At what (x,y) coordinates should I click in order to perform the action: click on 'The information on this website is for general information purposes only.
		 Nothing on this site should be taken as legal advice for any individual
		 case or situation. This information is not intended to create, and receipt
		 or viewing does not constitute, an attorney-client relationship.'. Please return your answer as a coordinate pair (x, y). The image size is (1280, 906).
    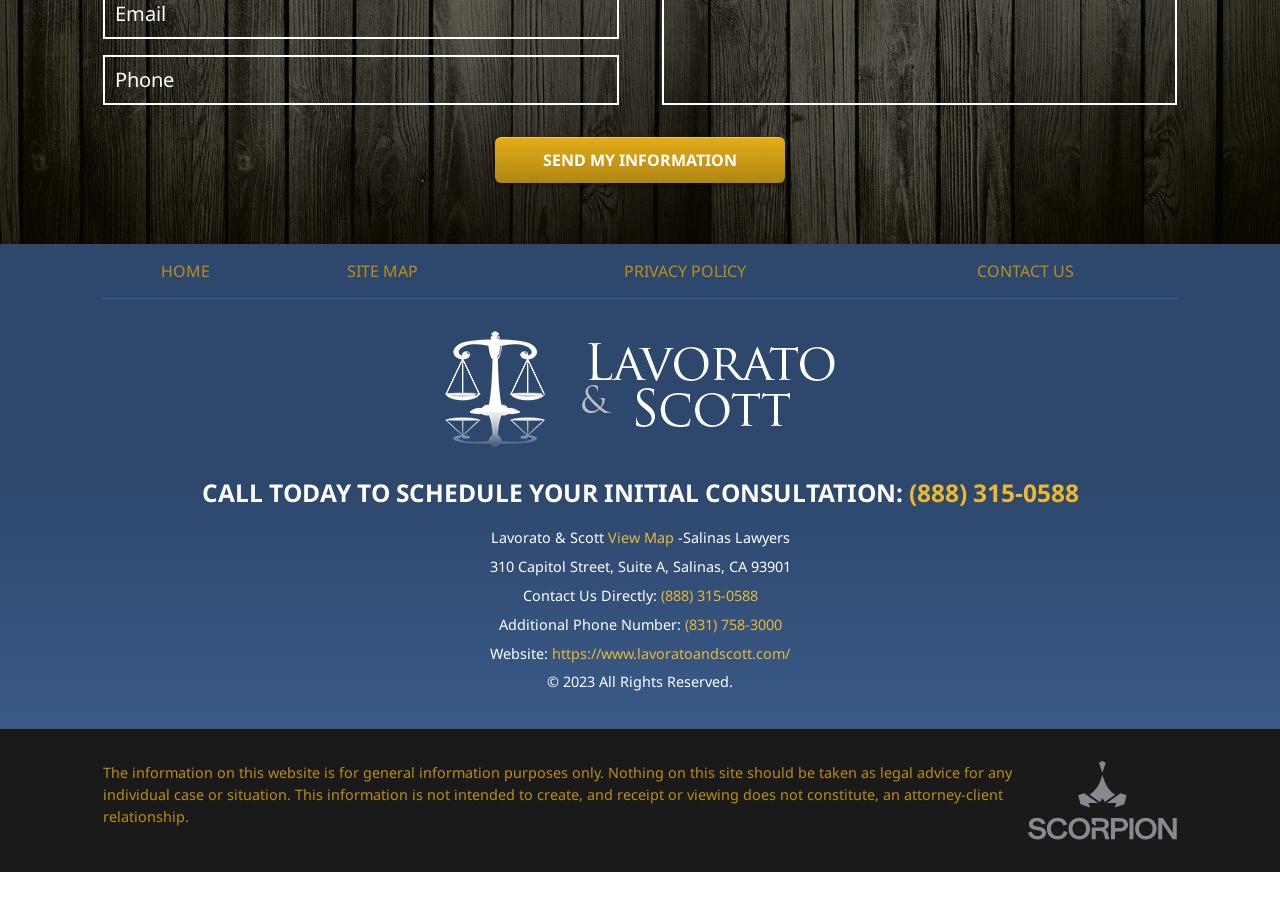
    Looking at the image, I should click on (556, 794).